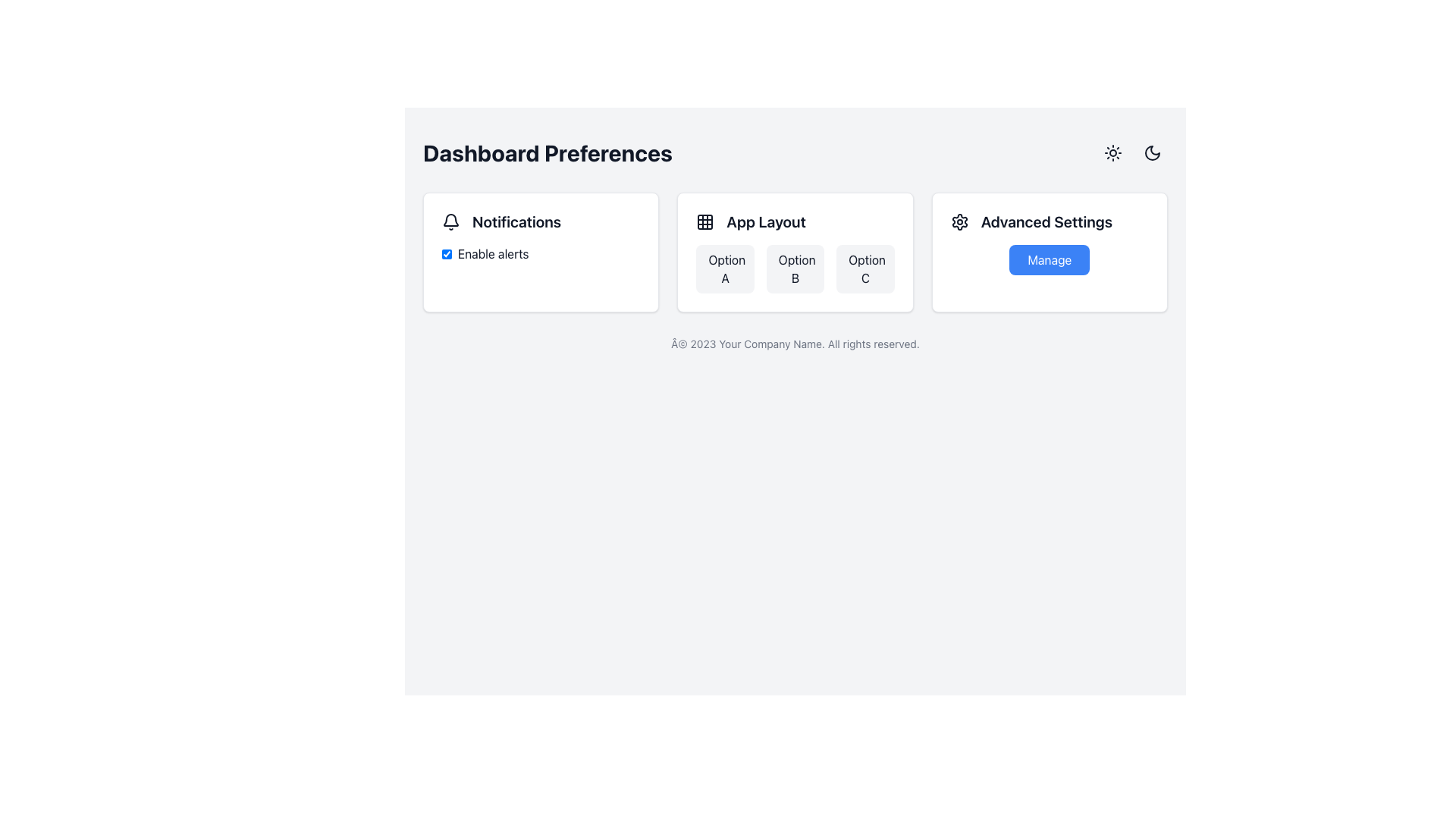  I want to click on the blue 'Manage' button located below the 'Advanced Settings' heading on the rightmost card in a three-column grid layout, so click(1049, 251).